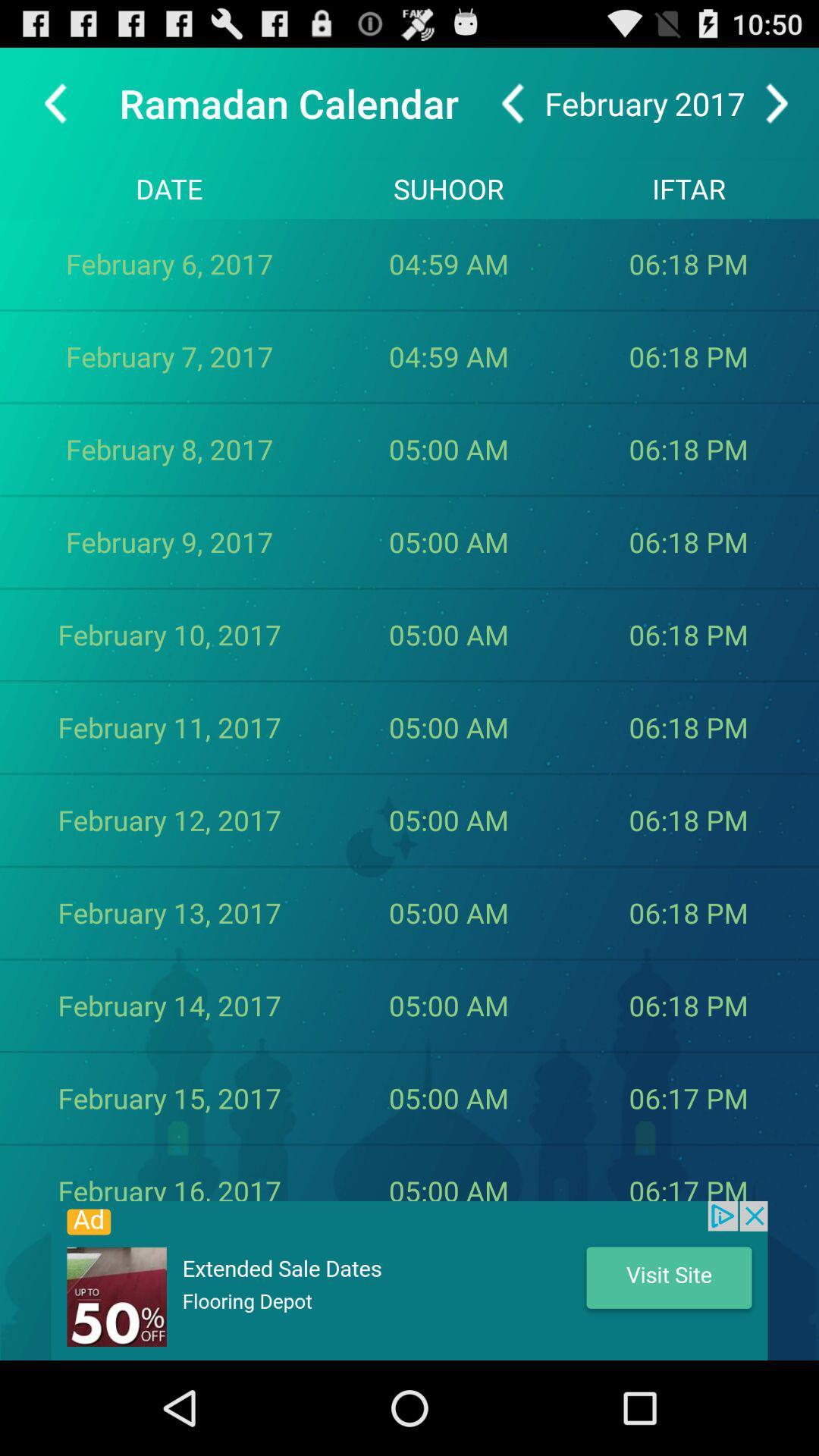  I want to click on undo, so click(512, 102).